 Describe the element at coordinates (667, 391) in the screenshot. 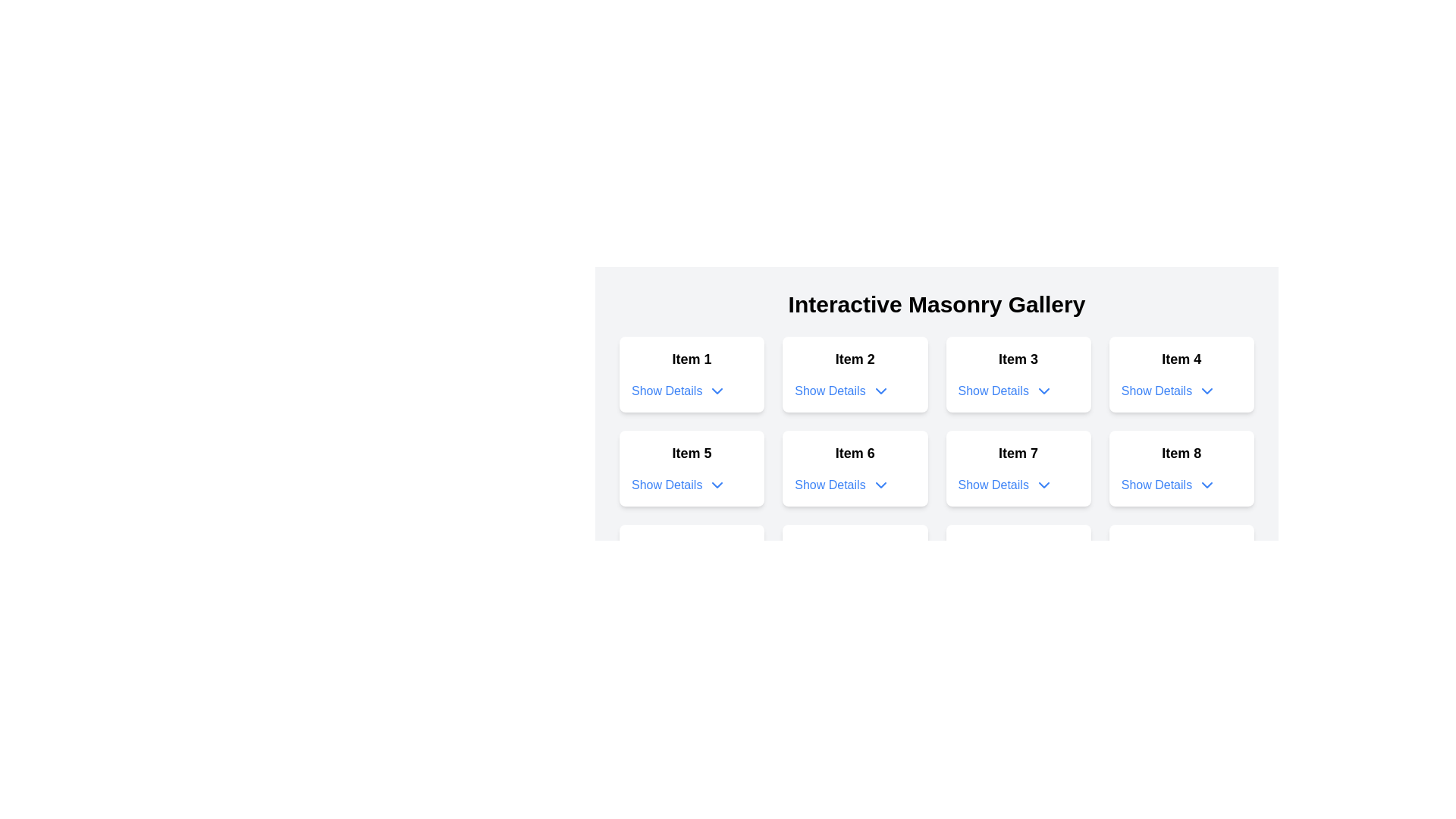

I see `the text link button under 'Item 1'` at that location.